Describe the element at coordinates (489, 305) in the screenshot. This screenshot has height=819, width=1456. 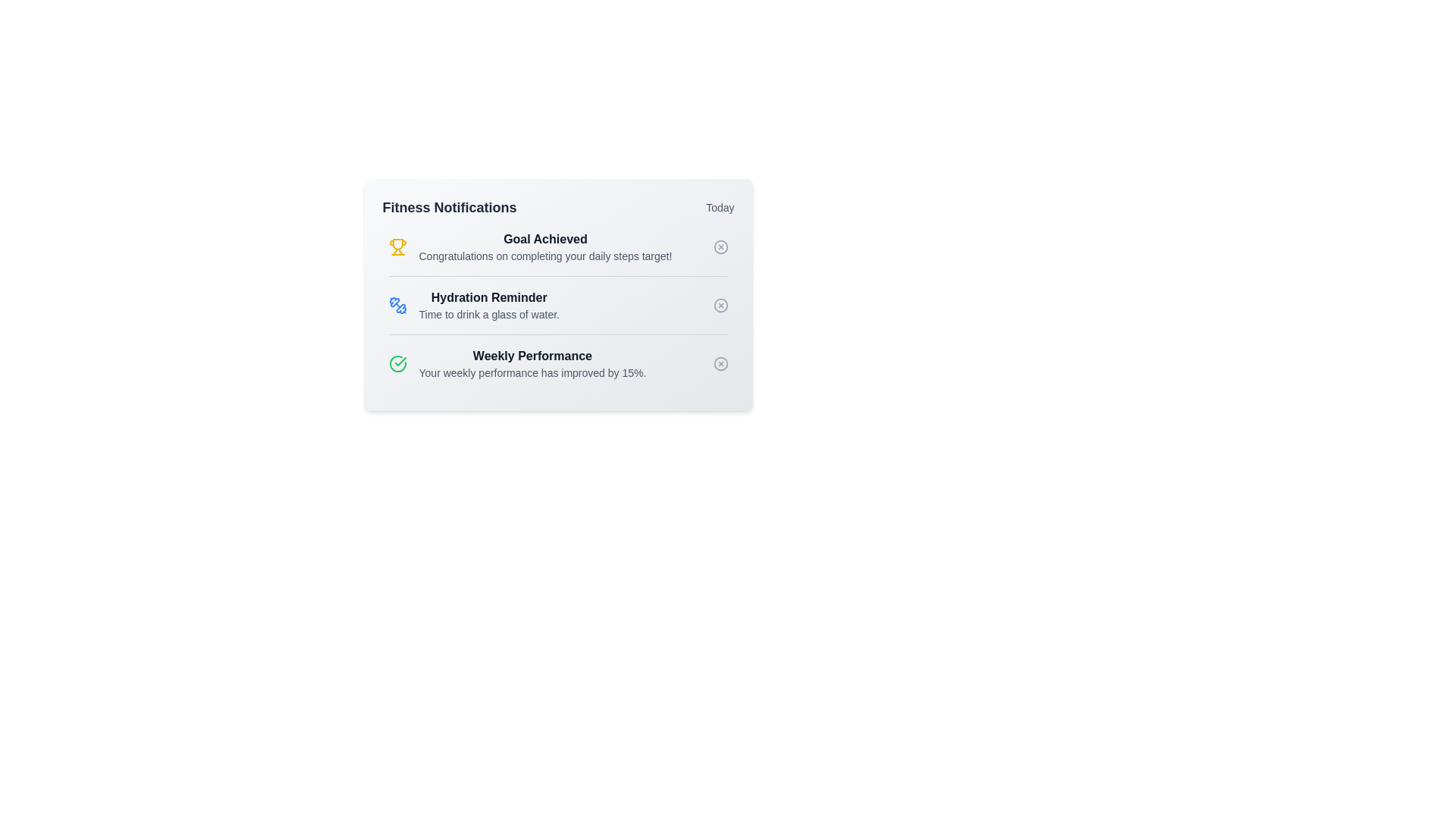
I see `text of the notification reminder prompting the user to drink water, which is the second entry under 'Fitness Notifications' in the vertical list of notifications` at that location.